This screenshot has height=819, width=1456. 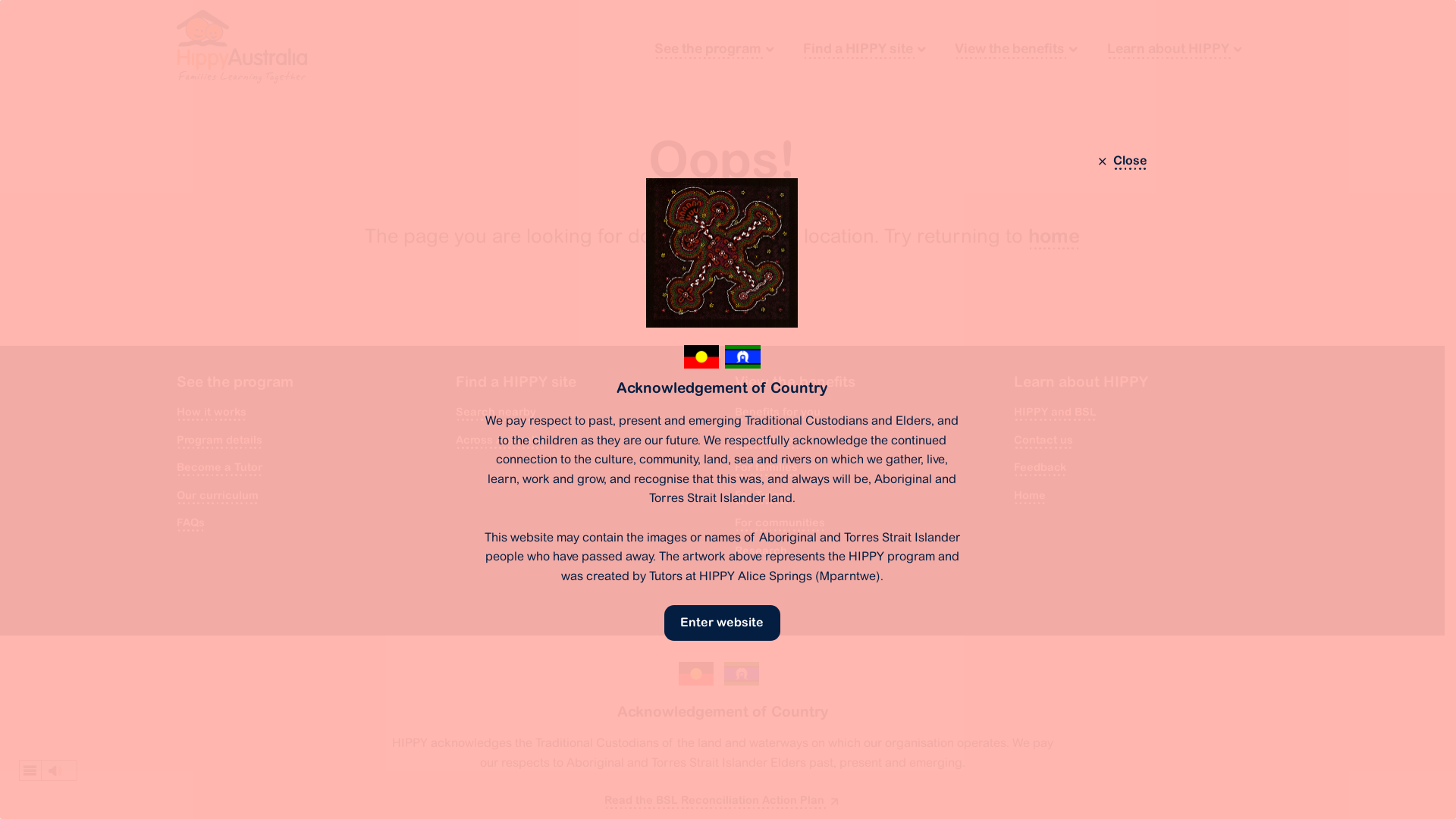 I want to click on 'Contact us', so click(x=1041, y=439).